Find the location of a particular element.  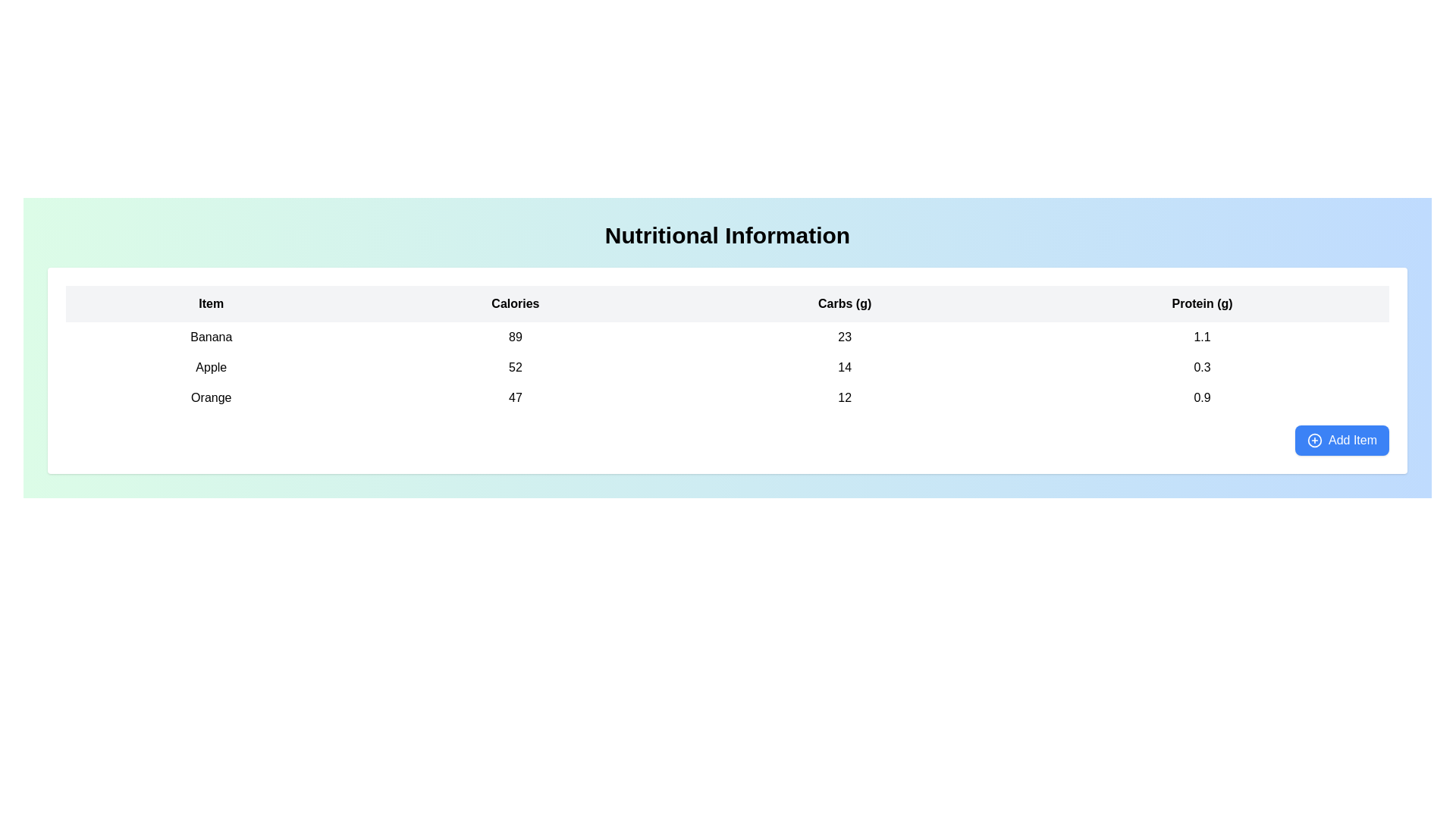

text value '89' displayed in the table cell under the 'Calories' heading for the 'Banana' item is located at coordinates (515, 336).